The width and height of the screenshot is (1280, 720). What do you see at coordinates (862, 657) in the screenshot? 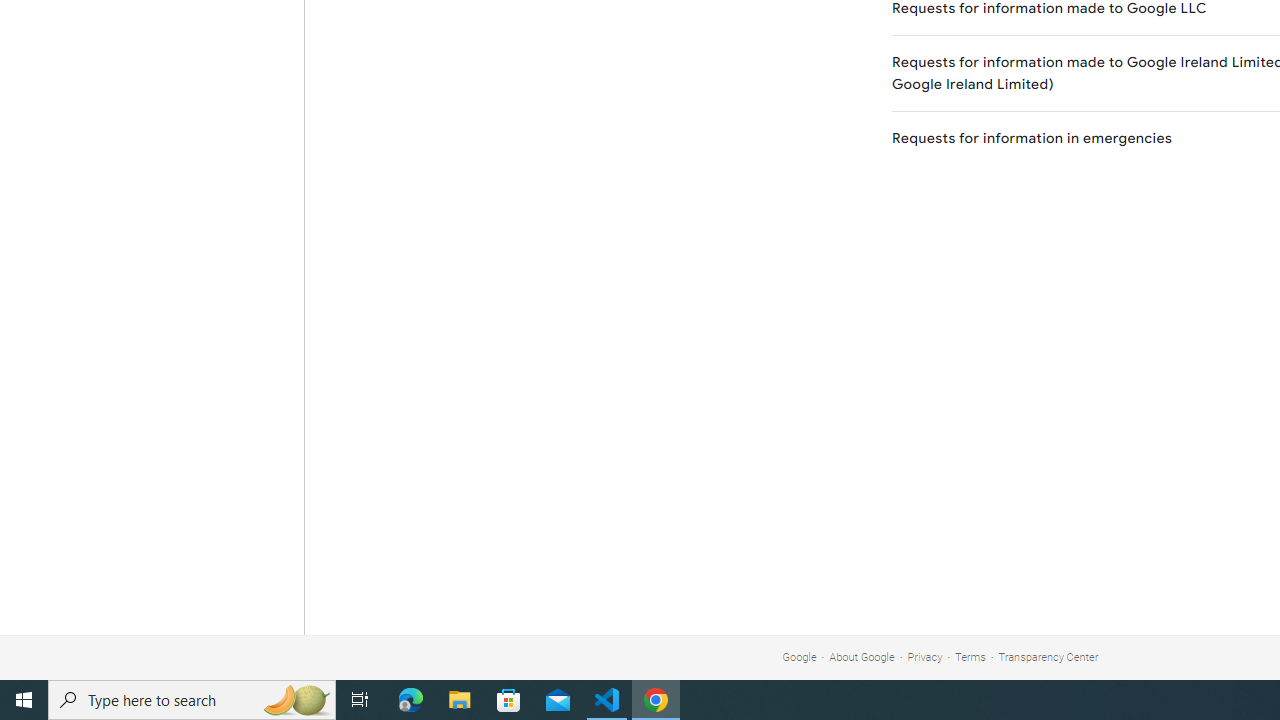
I see `'About Google'` at bounding box center [862, 657].